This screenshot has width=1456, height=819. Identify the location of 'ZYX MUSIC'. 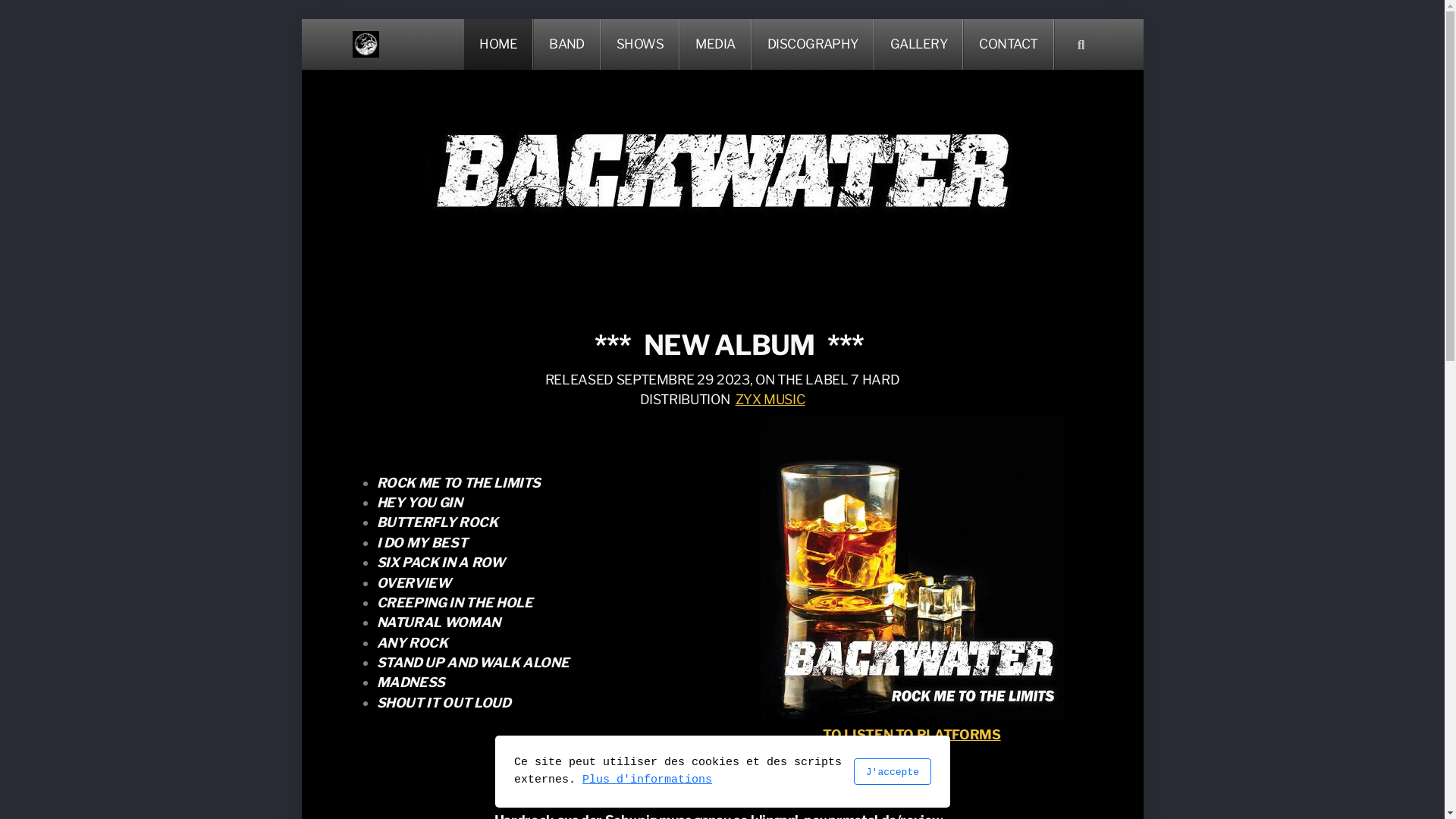
(770, 398).